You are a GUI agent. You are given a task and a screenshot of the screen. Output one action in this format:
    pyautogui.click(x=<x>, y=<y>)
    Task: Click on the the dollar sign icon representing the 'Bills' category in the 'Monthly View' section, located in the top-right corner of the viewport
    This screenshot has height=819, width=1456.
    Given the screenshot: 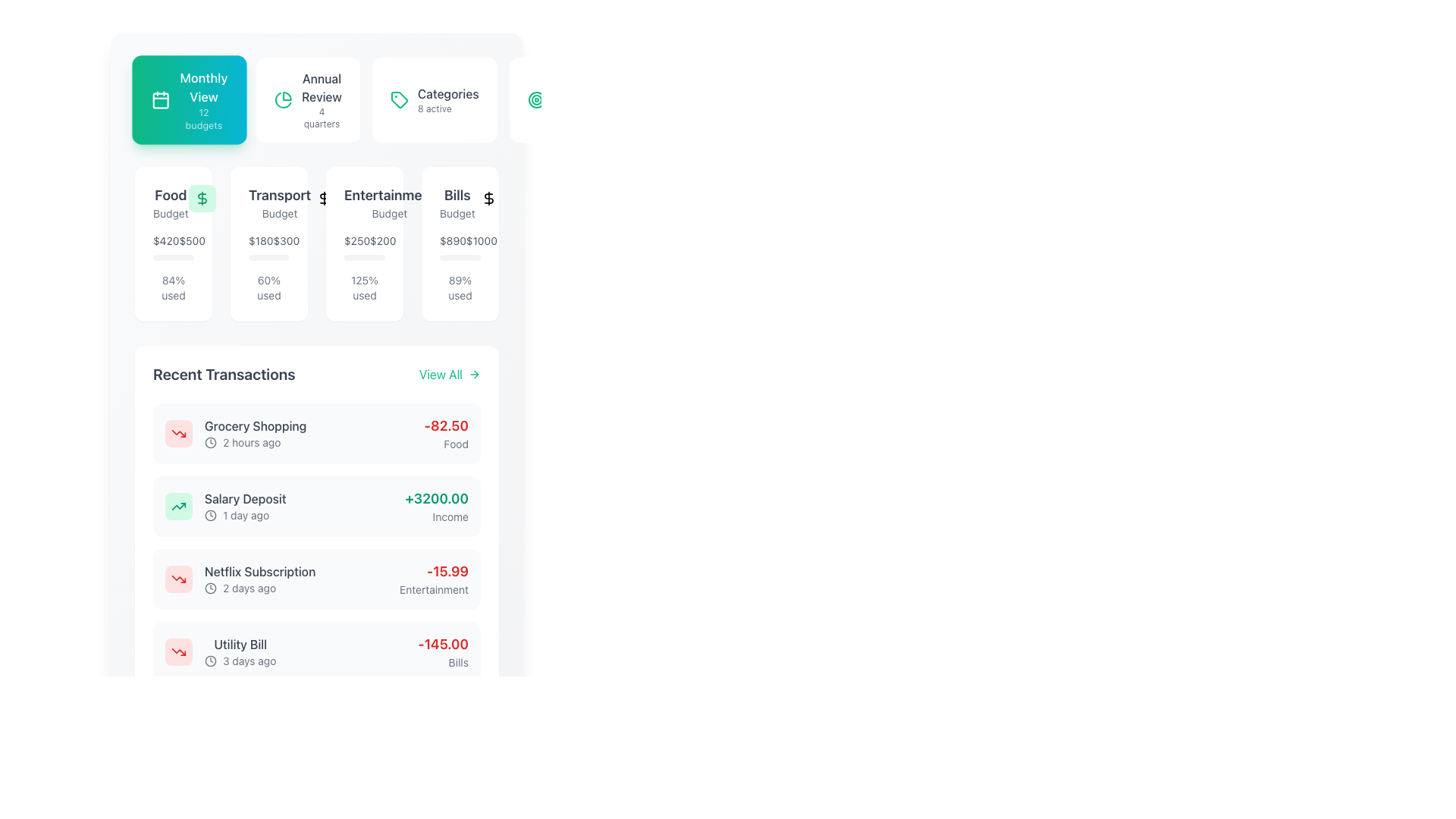 What is the action you would take?
    pyautogui.click(x=488, y=198)
    